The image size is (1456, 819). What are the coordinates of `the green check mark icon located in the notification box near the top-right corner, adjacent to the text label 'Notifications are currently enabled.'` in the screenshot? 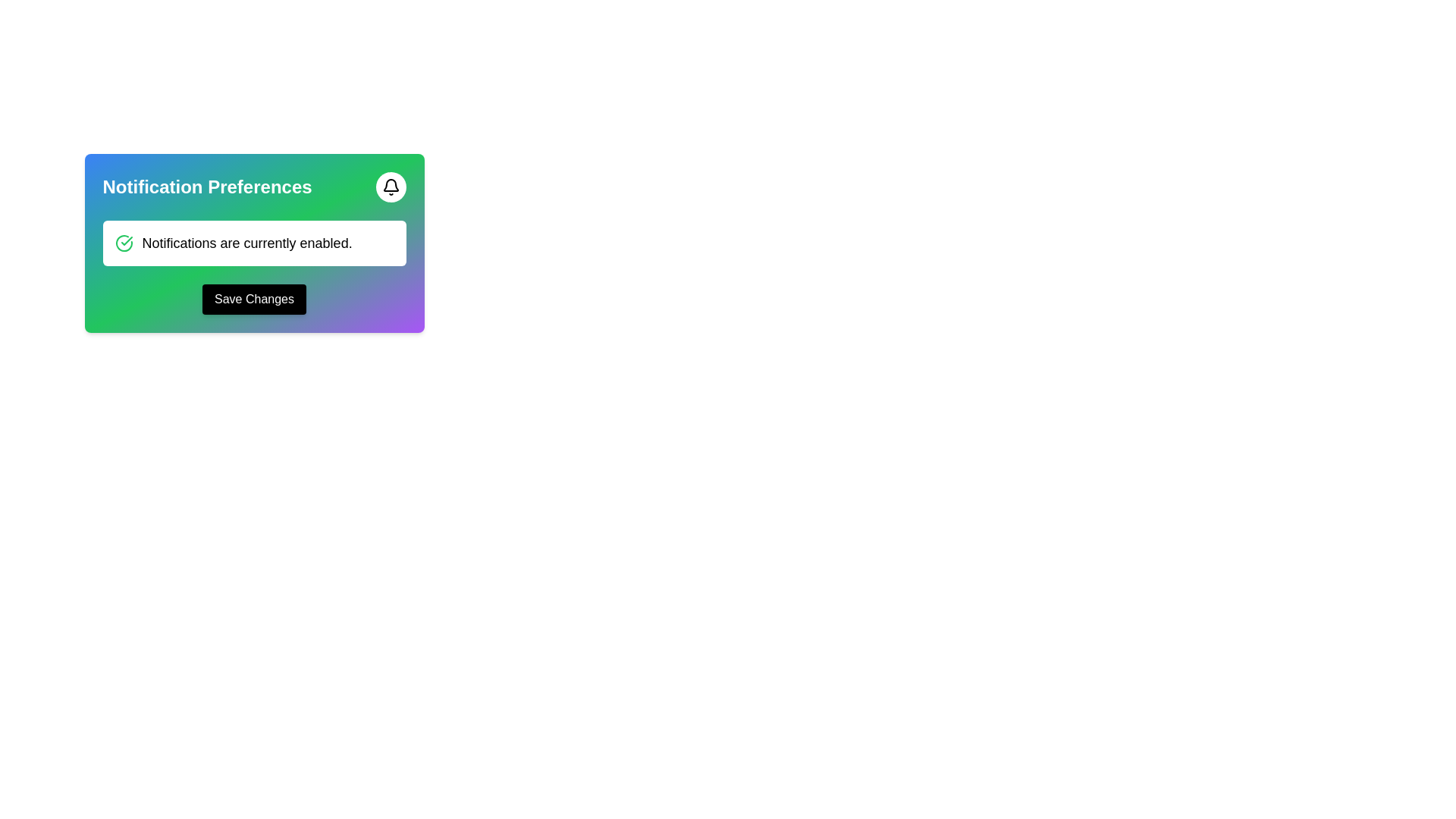 It's located at (127, 240).